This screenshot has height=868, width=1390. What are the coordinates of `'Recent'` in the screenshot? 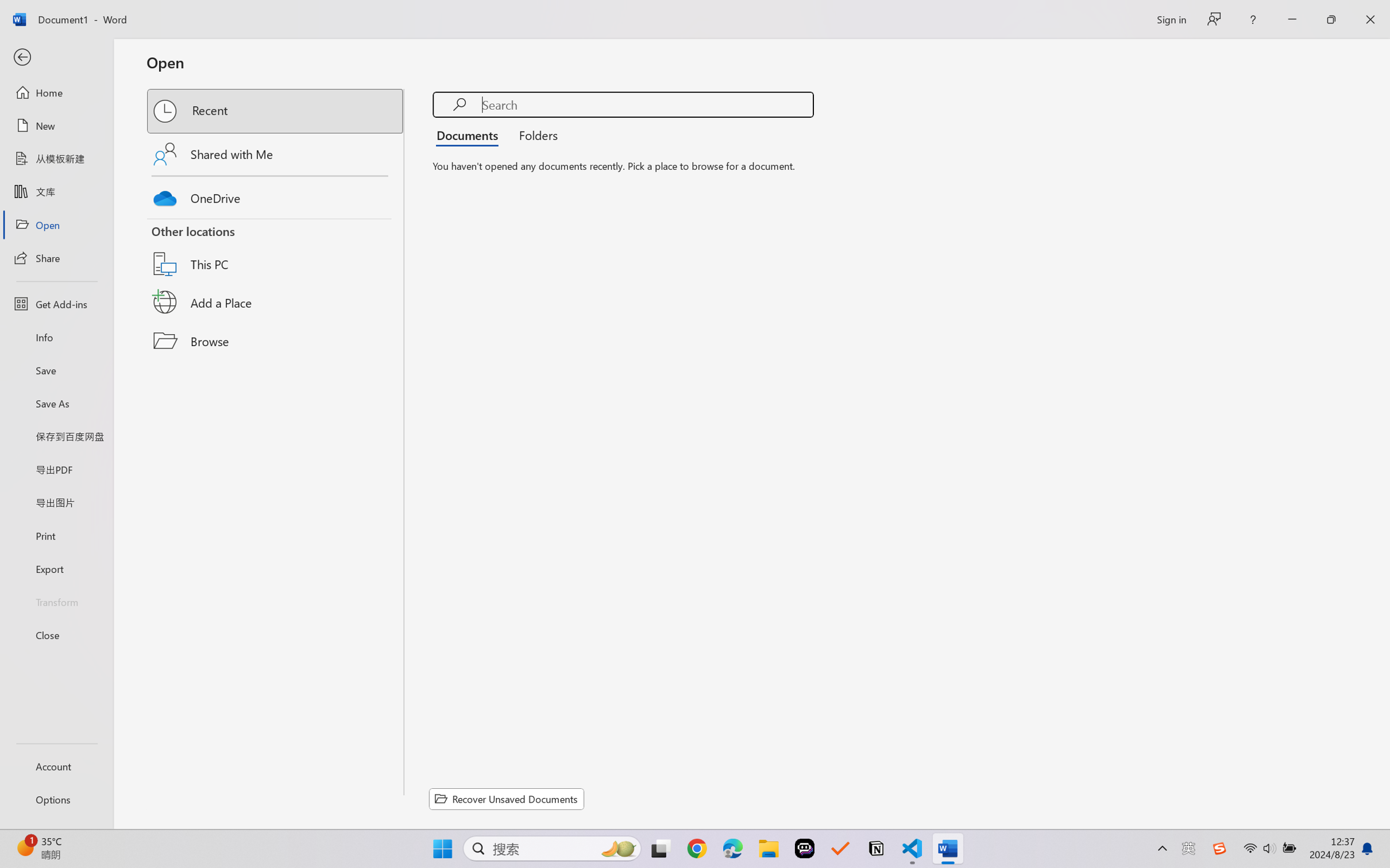 It's located at (276, 110).